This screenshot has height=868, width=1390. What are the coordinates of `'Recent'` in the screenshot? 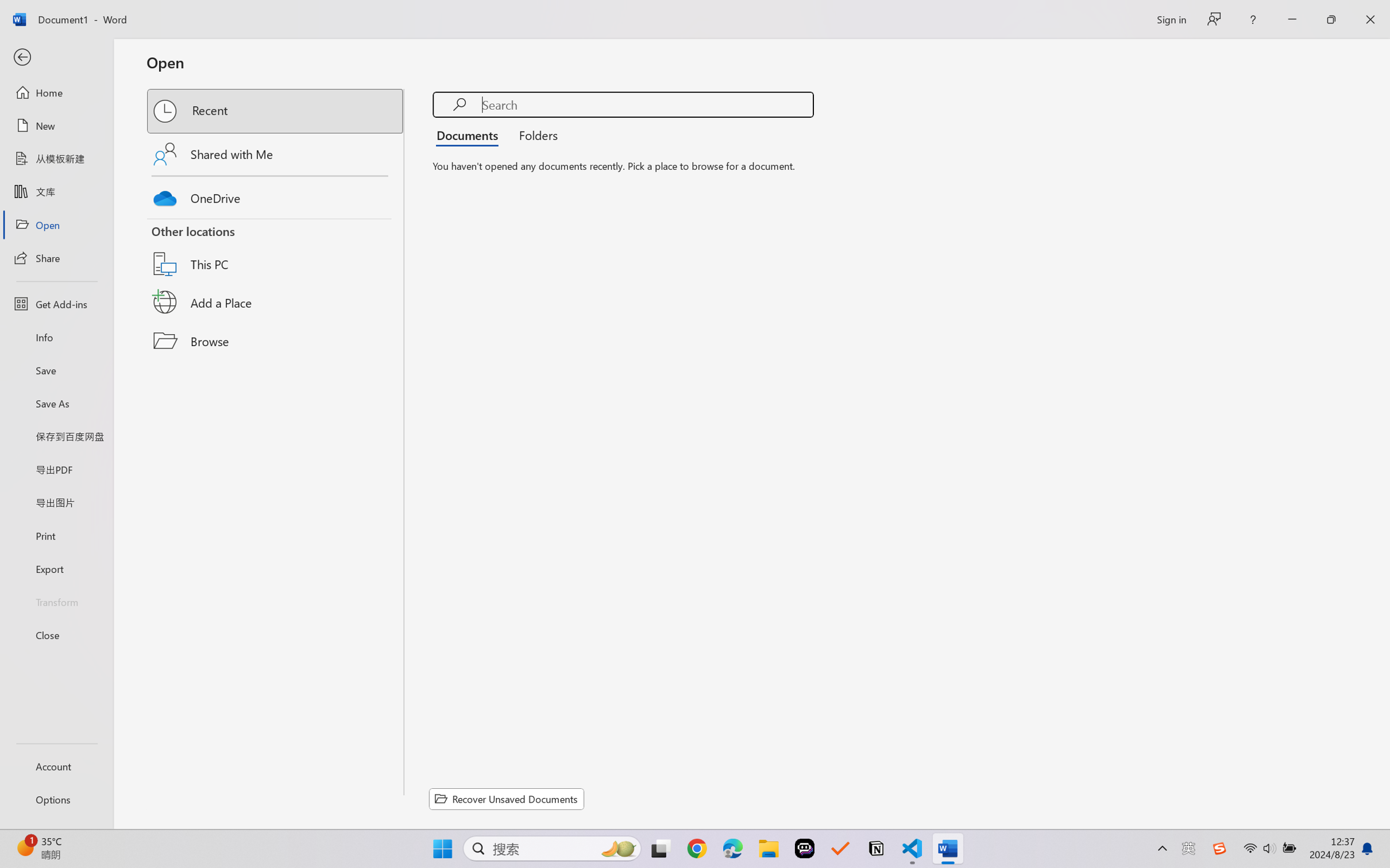 It's located at (276, 110).